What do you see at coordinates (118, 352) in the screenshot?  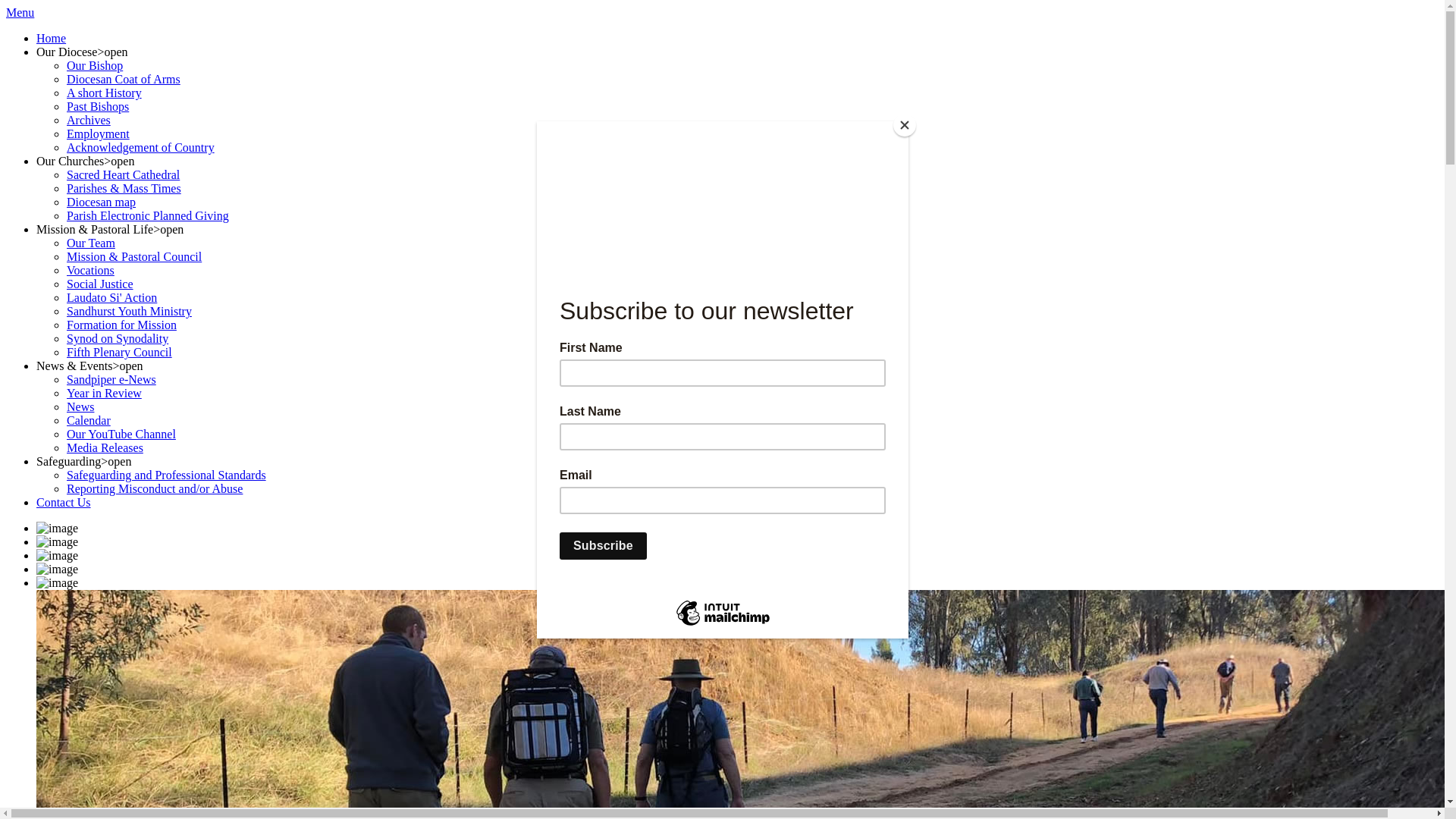 I see `'Fifth Plenary Council'` at bounding box center [118, 352].